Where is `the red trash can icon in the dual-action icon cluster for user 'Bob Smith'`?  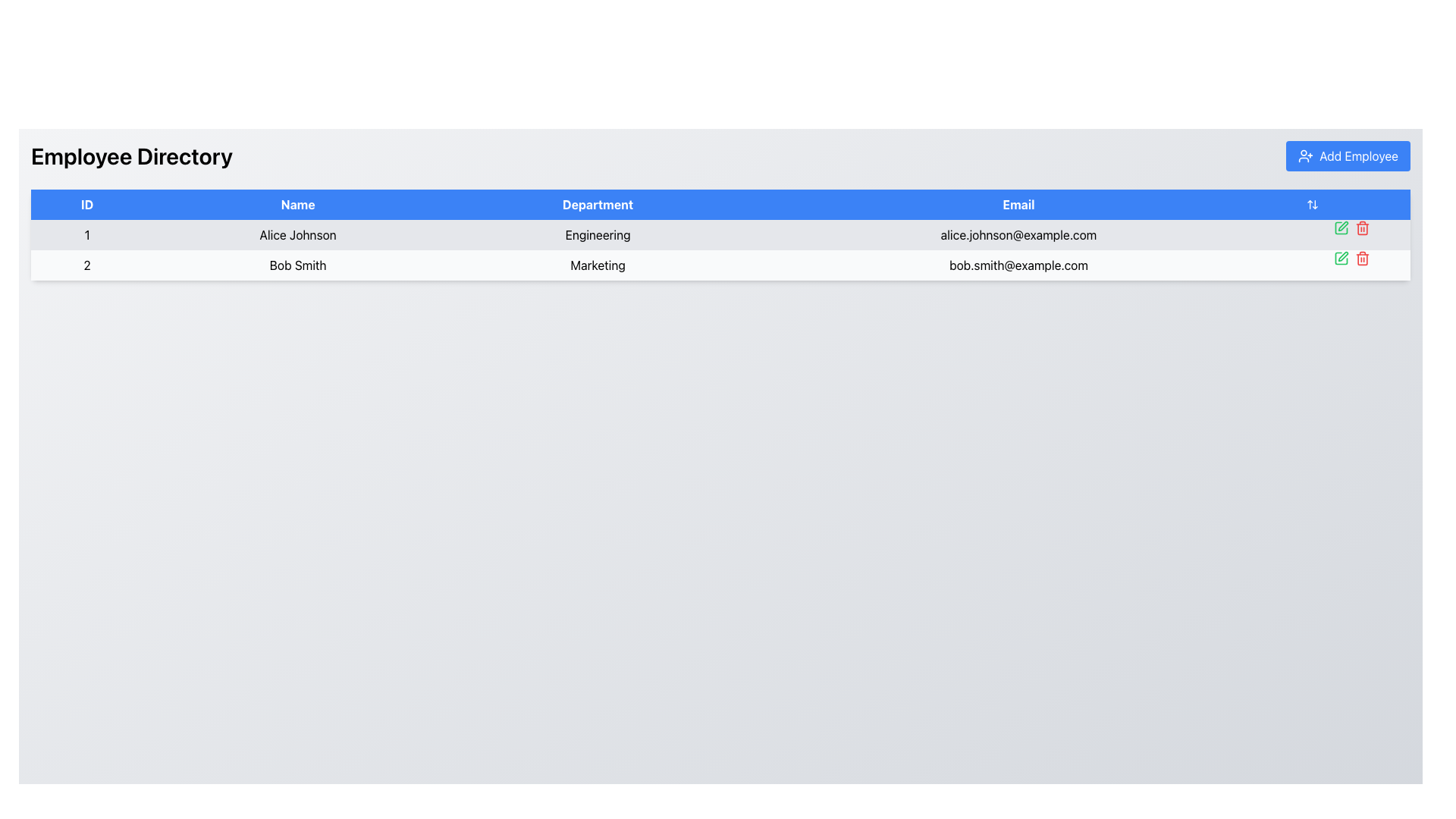
the red trash can icon in the dual-action icon cluster for user 'Bob Smith' is located at coordinates (1352, 257).